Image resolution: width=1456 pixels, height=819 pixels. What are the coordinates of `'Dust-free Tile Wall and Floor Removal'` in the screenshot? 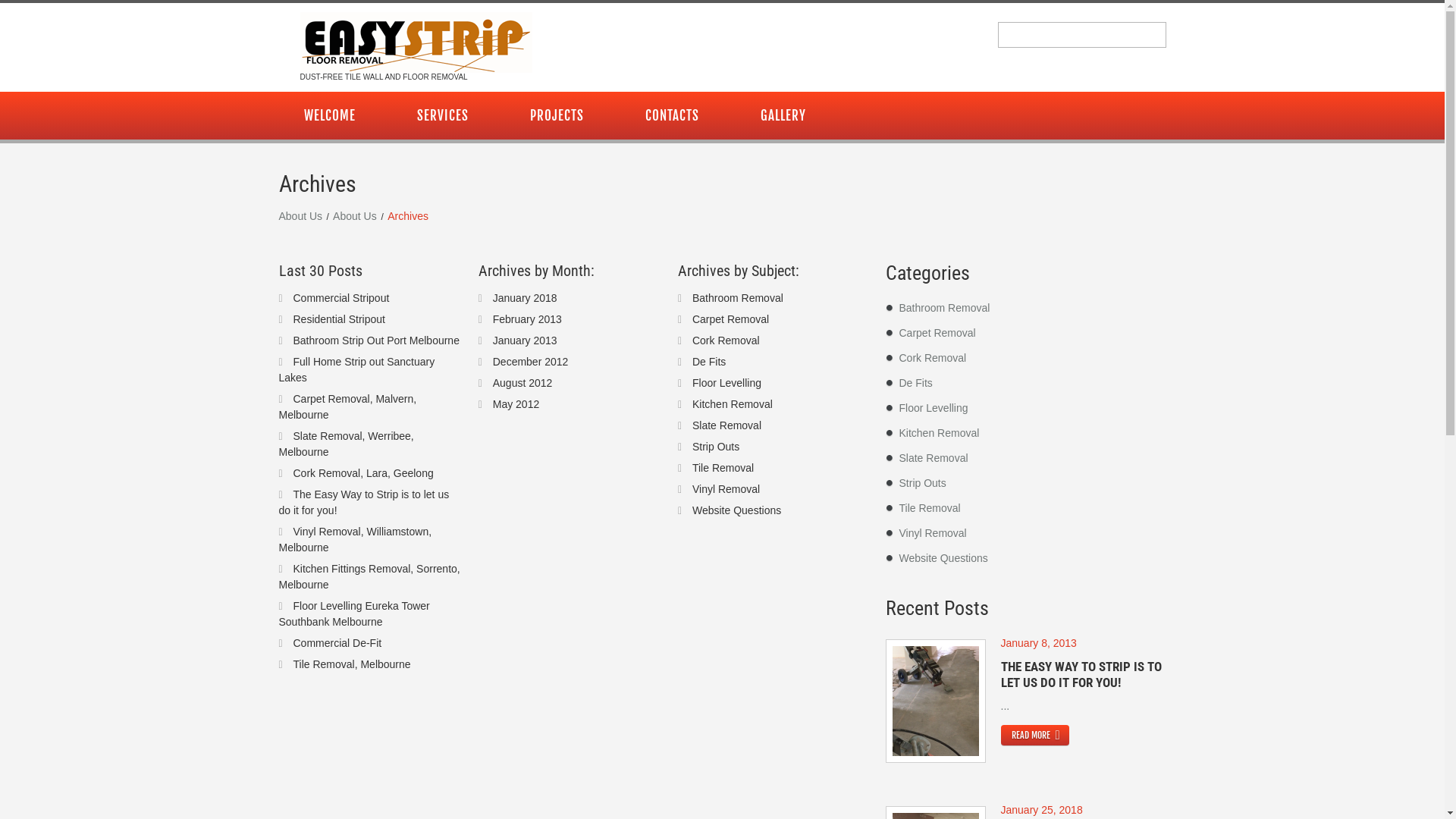 It's located at (416, 42).